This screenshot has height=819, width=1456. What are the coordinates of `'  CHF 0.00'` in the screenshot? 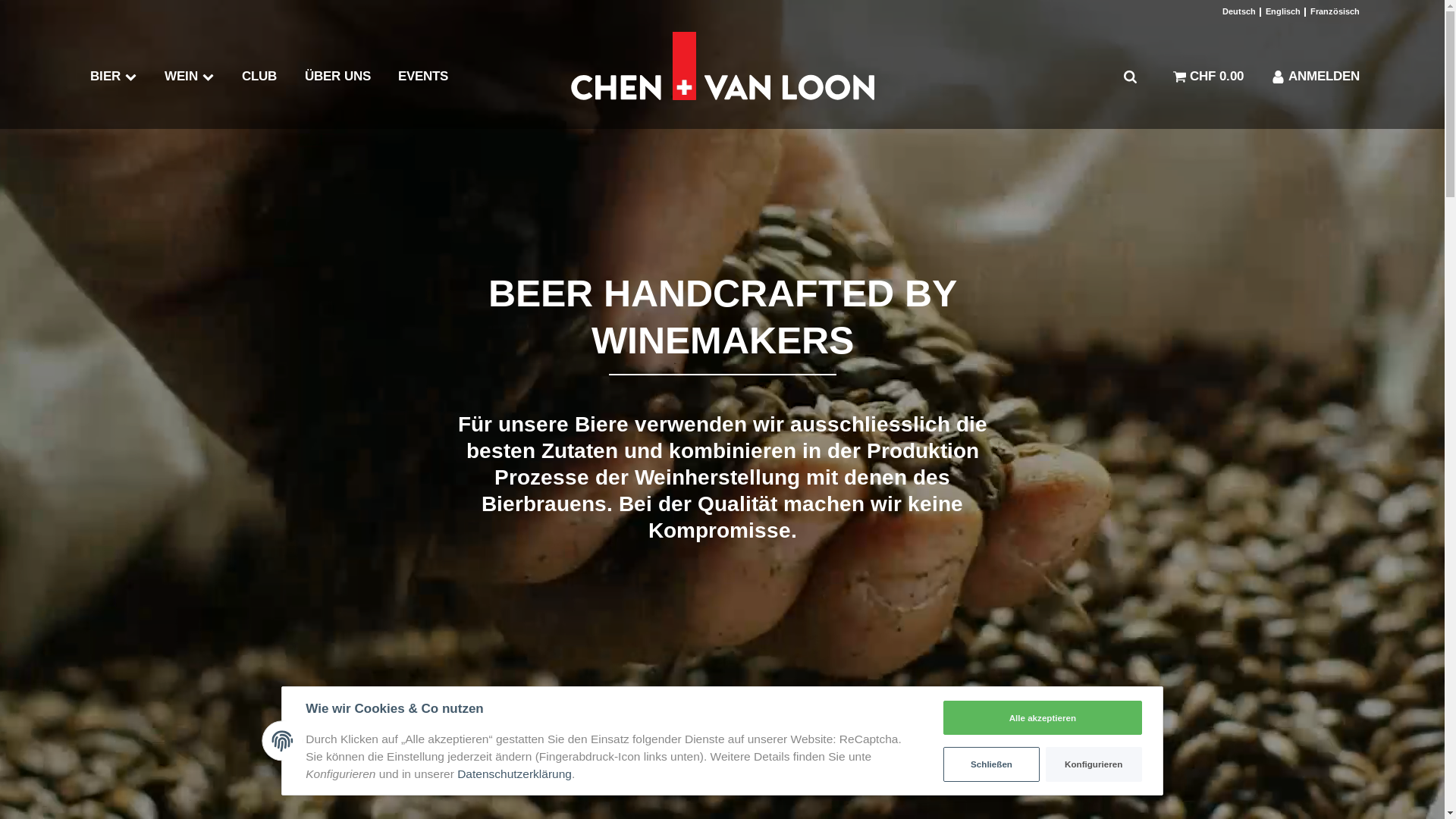 It's located at (1207, 77).